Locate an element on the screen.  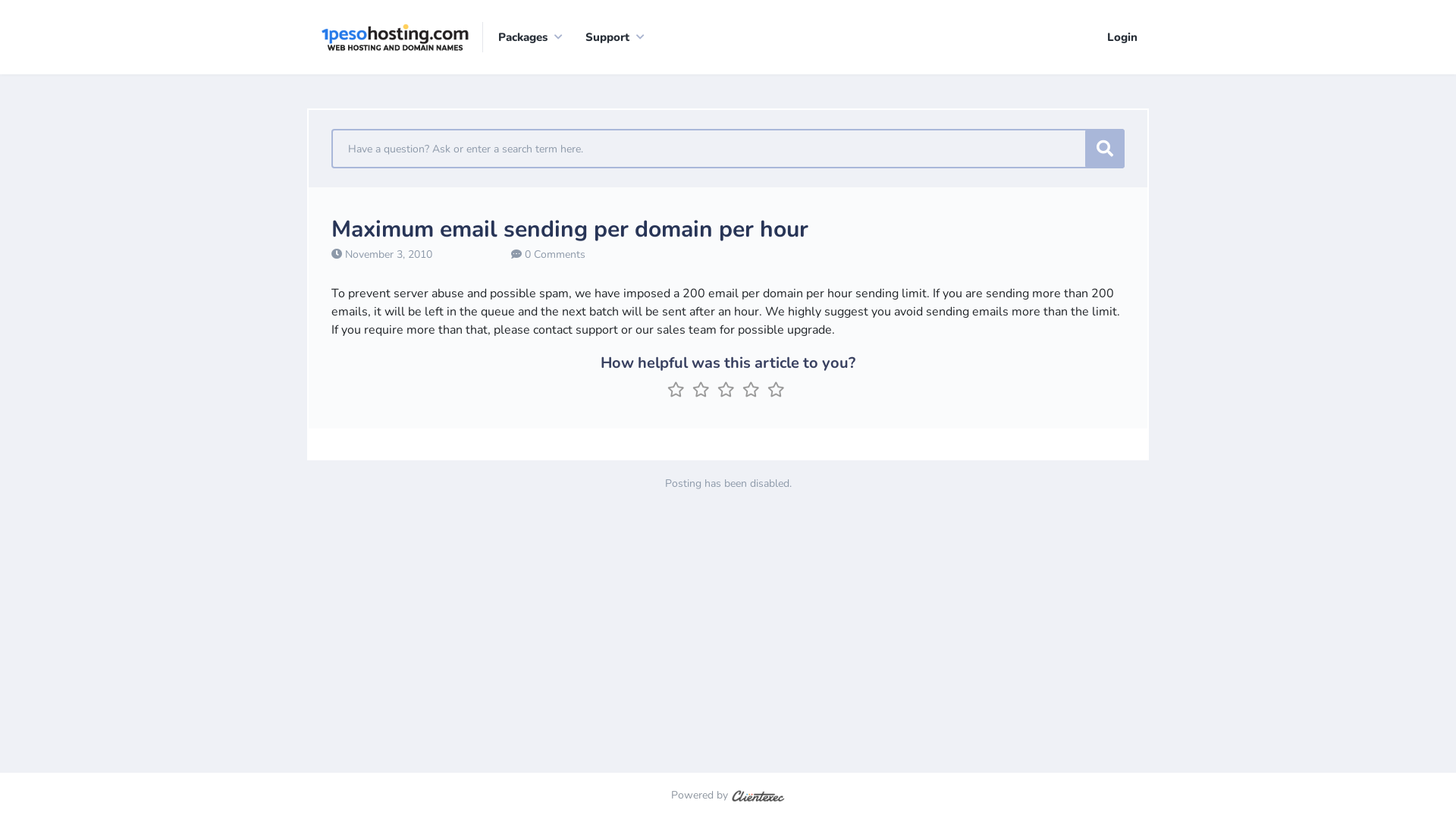
'Support' is located at coordinates (570, 36).